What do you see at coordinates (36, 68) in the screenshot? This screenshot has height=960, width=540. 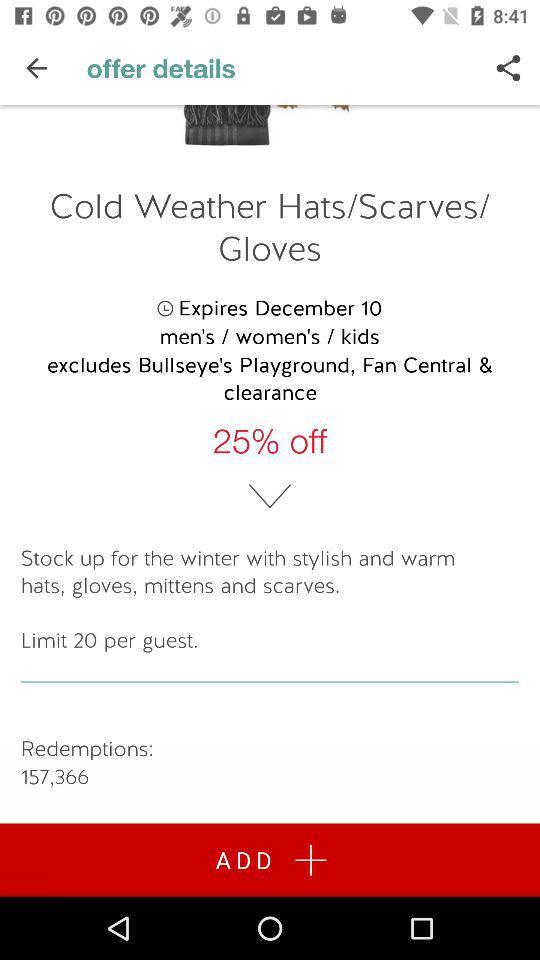 I see `the item above cold weather hats` at bounding box center [36, 68].